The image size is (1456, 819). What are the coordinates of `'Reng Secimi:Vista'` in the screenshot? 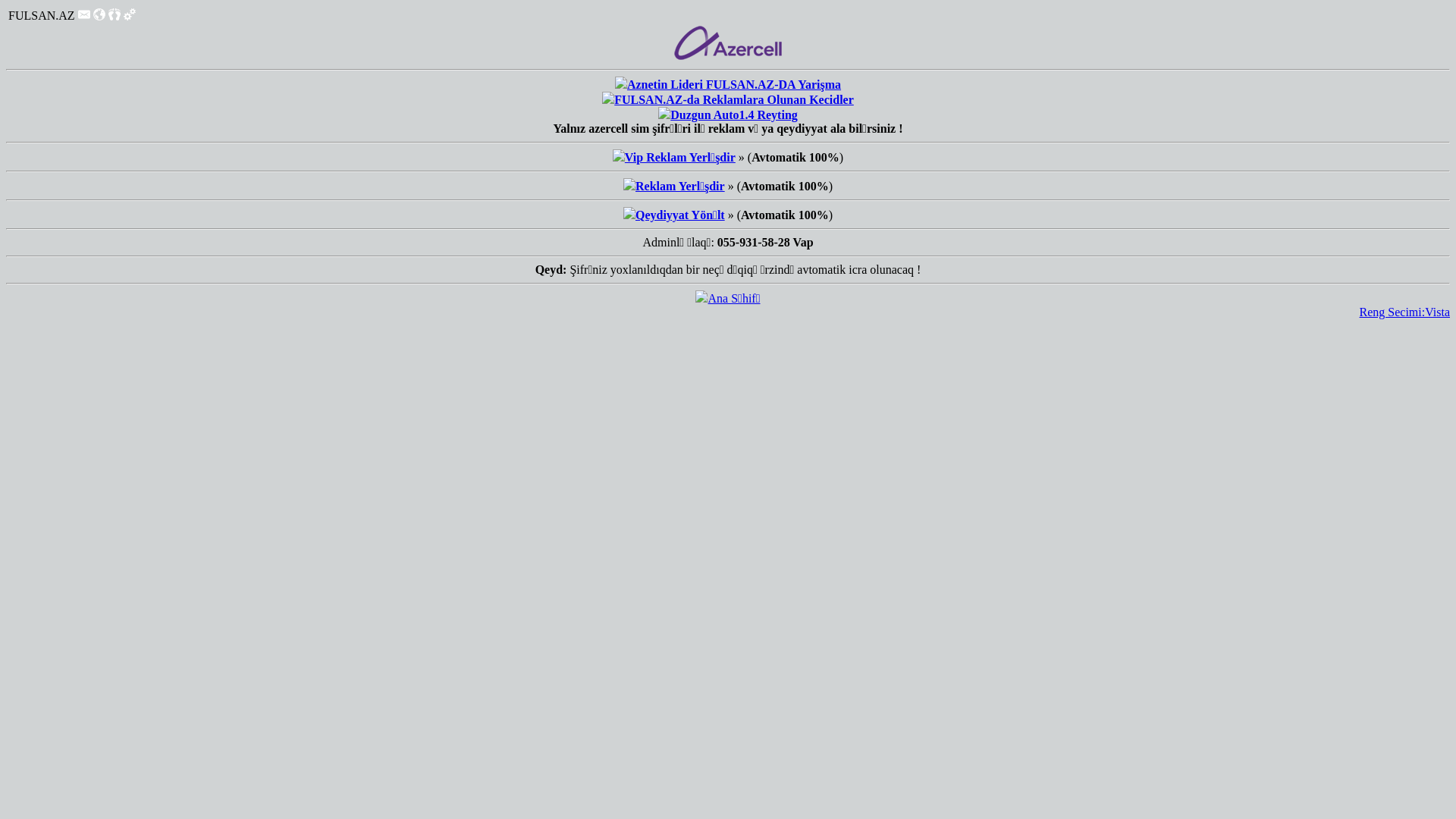 It's located at (1404, 311).